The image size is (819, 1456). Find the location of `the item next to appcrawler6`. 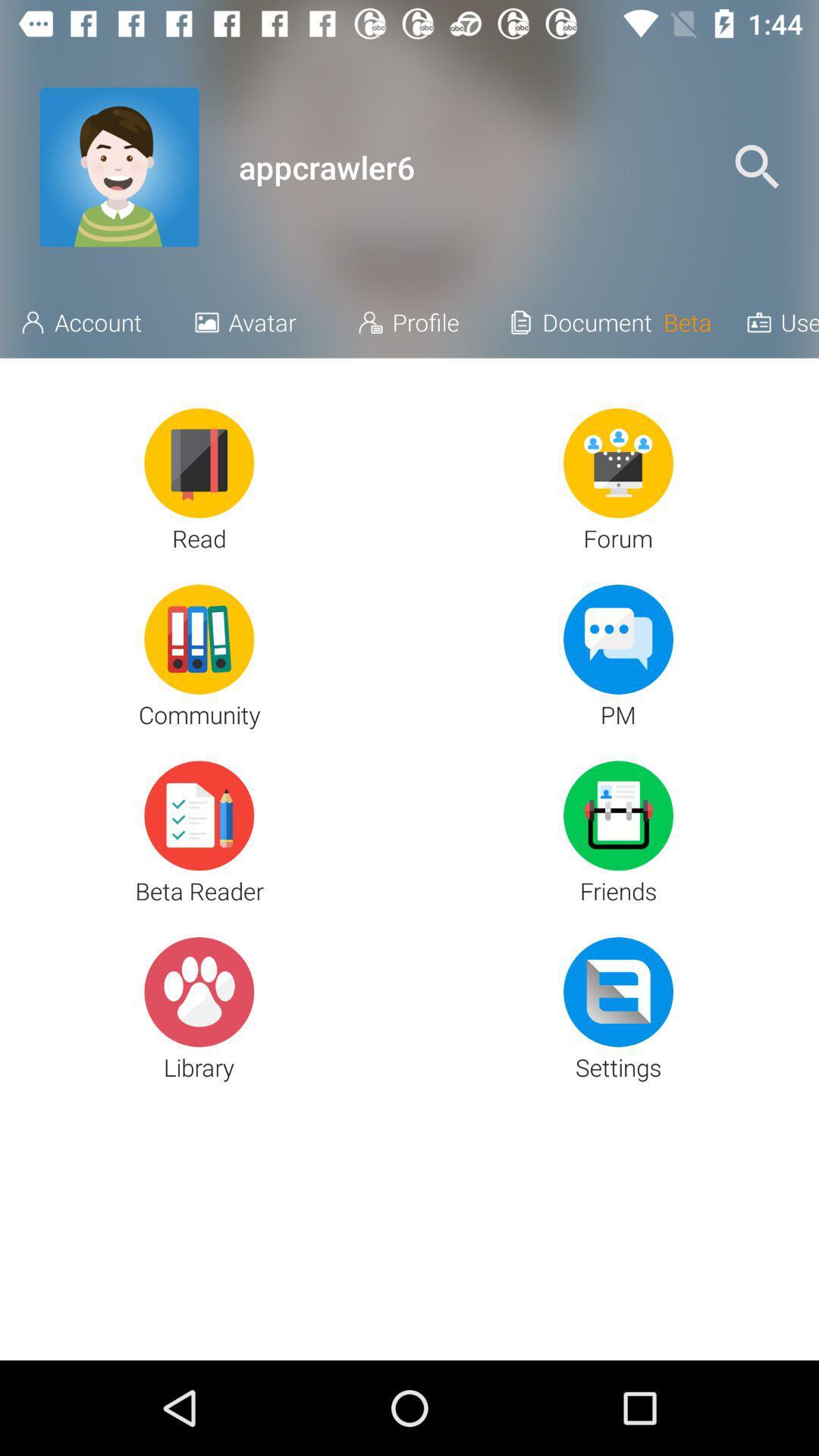

the item next to appcrawler6 is located at coordinates (118, 167).